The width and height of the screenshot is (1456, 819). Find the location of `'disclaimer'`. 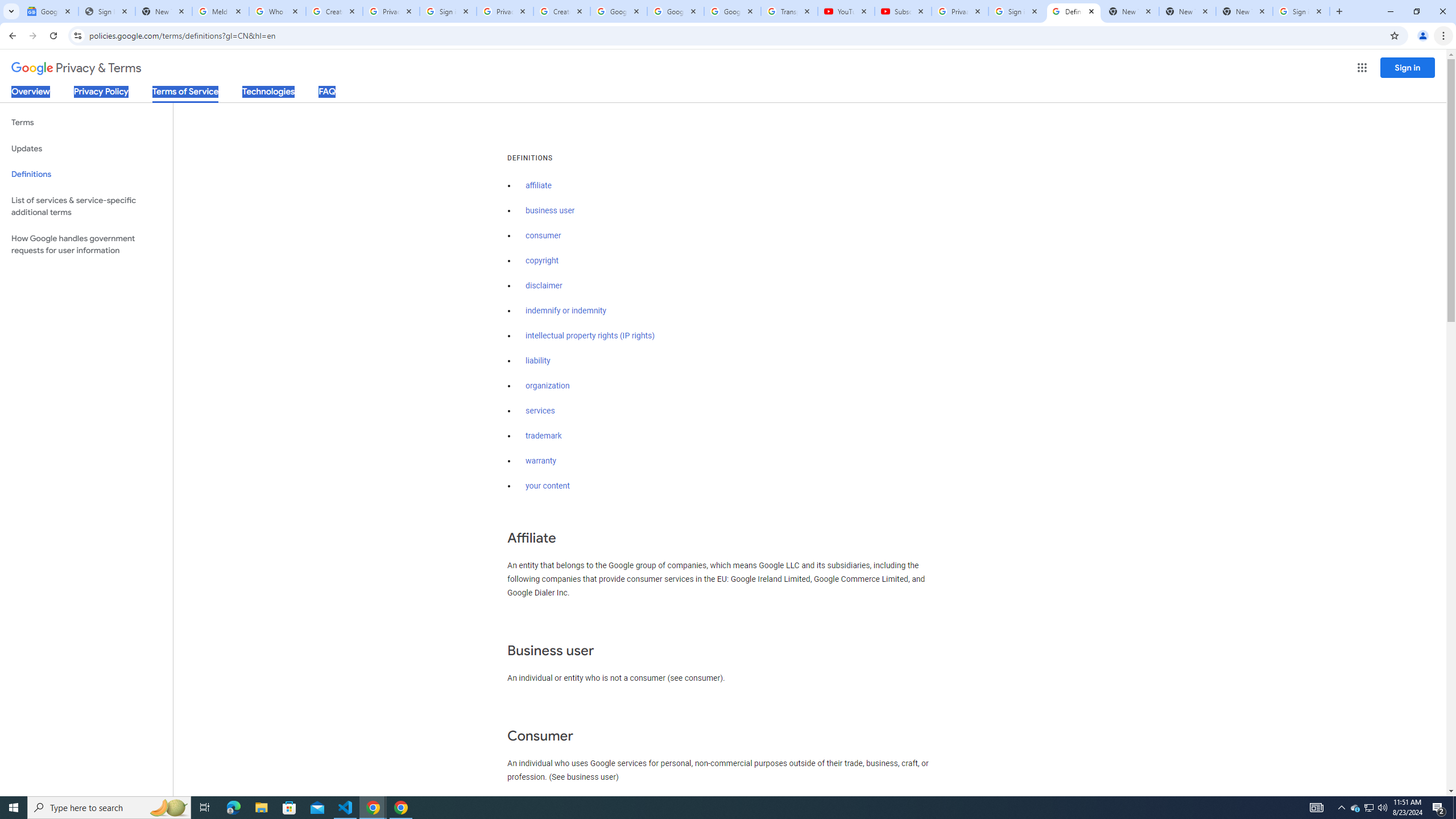

'disclaimer' is located at coordinates (543, 286).